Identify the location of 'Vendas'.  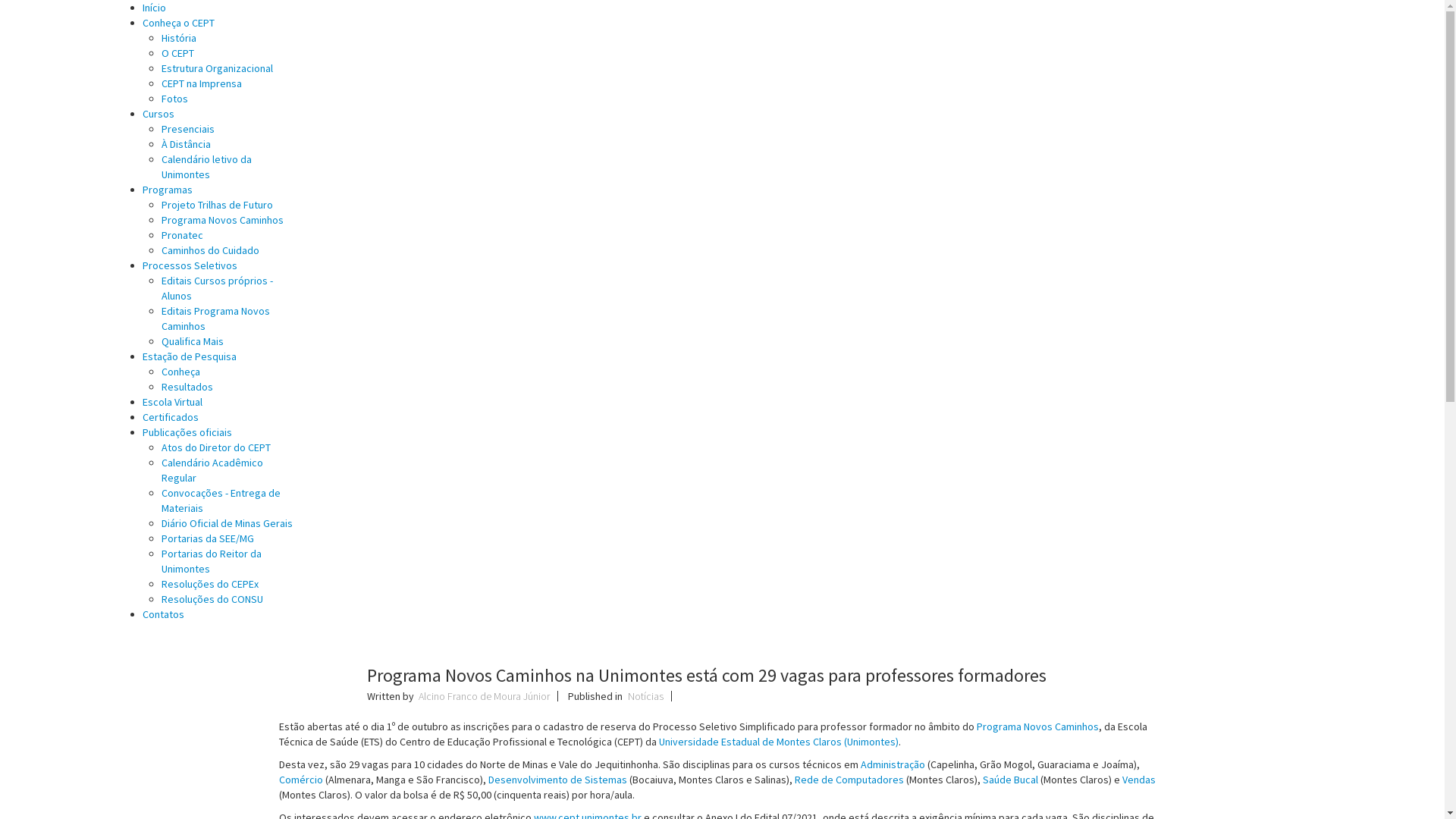
(1139, 780).